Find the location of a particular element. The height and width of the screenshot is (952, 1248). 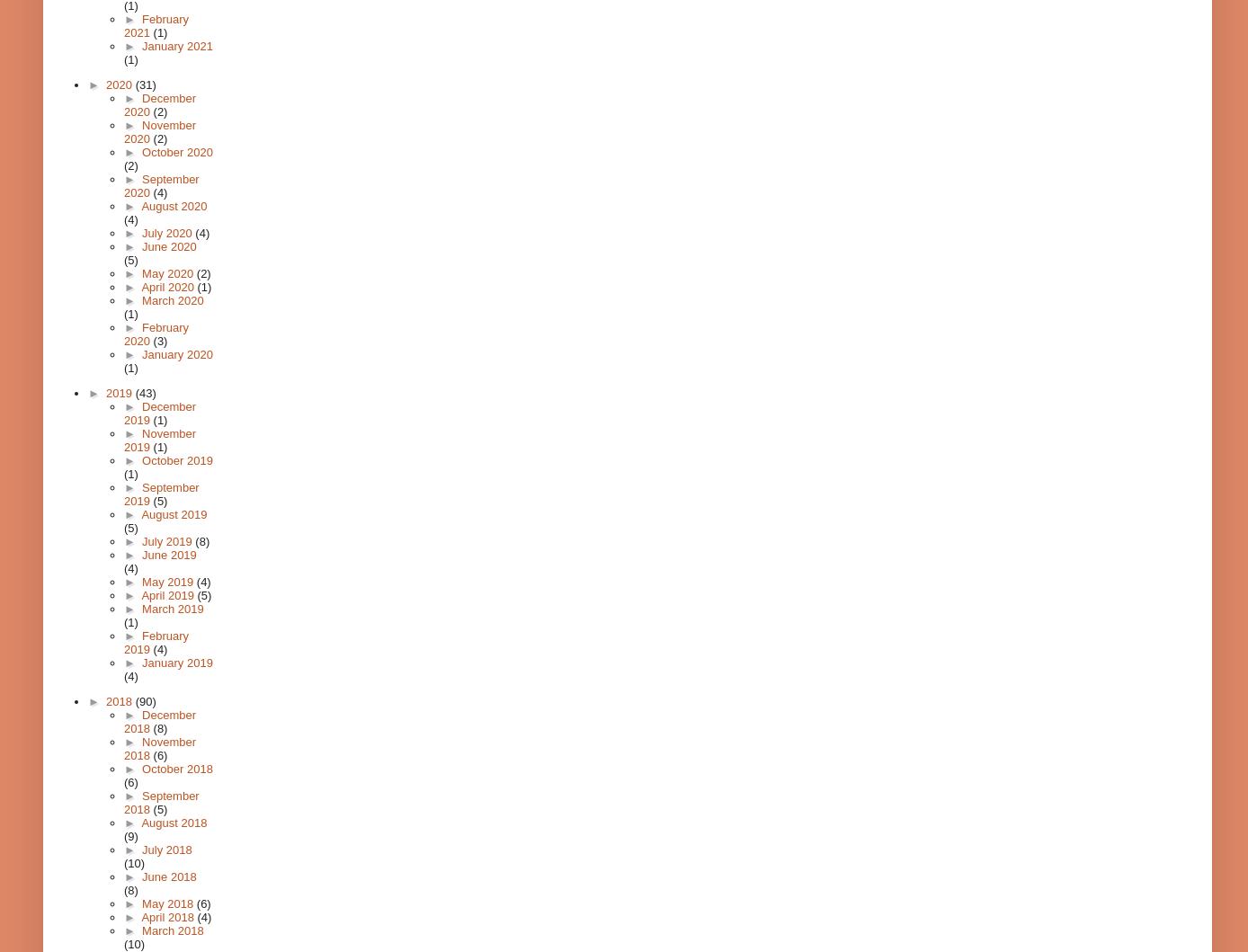

'(43)' is located at coordinates (145, 393).